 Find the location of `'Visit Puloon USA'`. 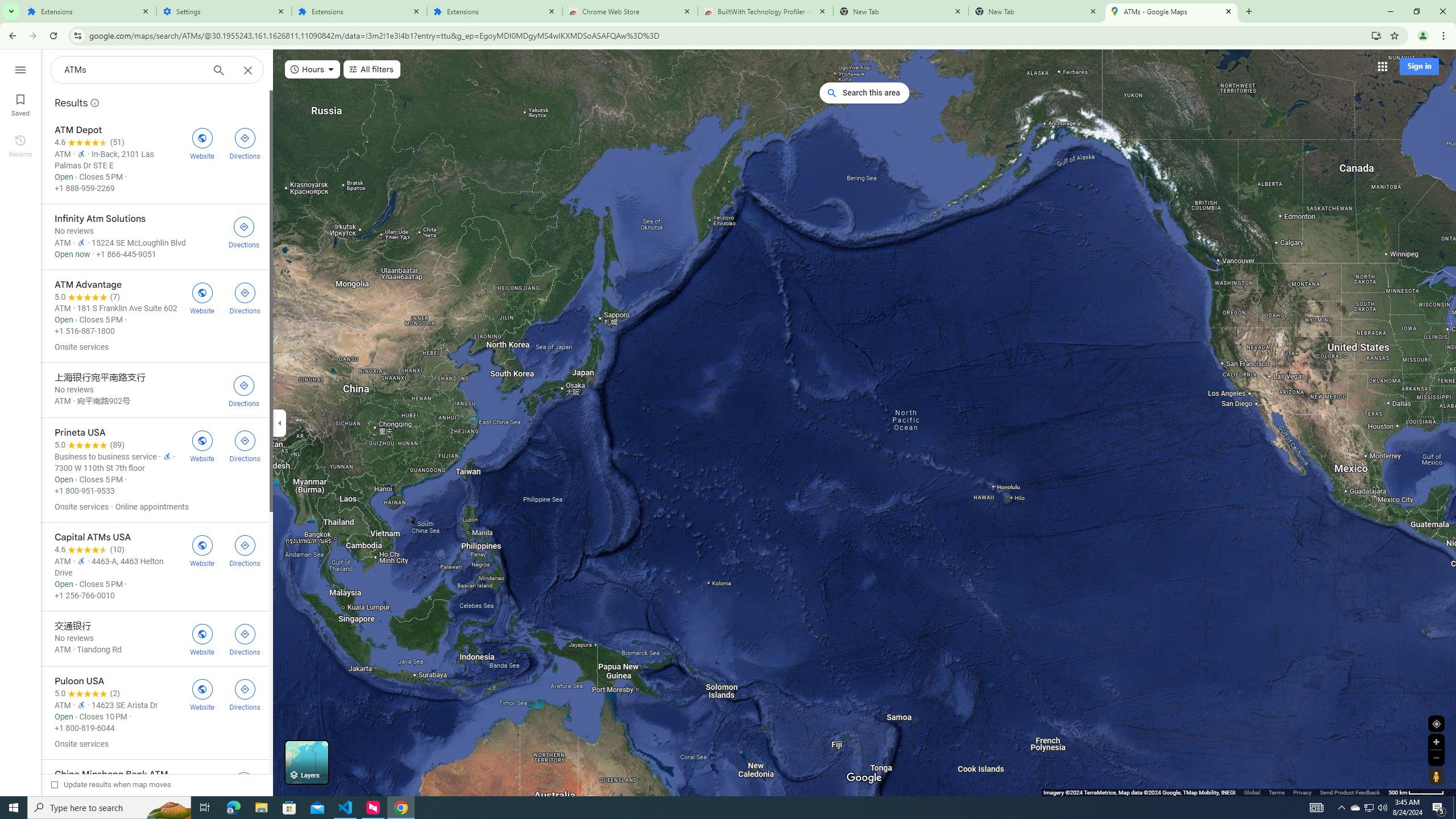

'Visit Puloon USA' is located at coordinates (201, 693).